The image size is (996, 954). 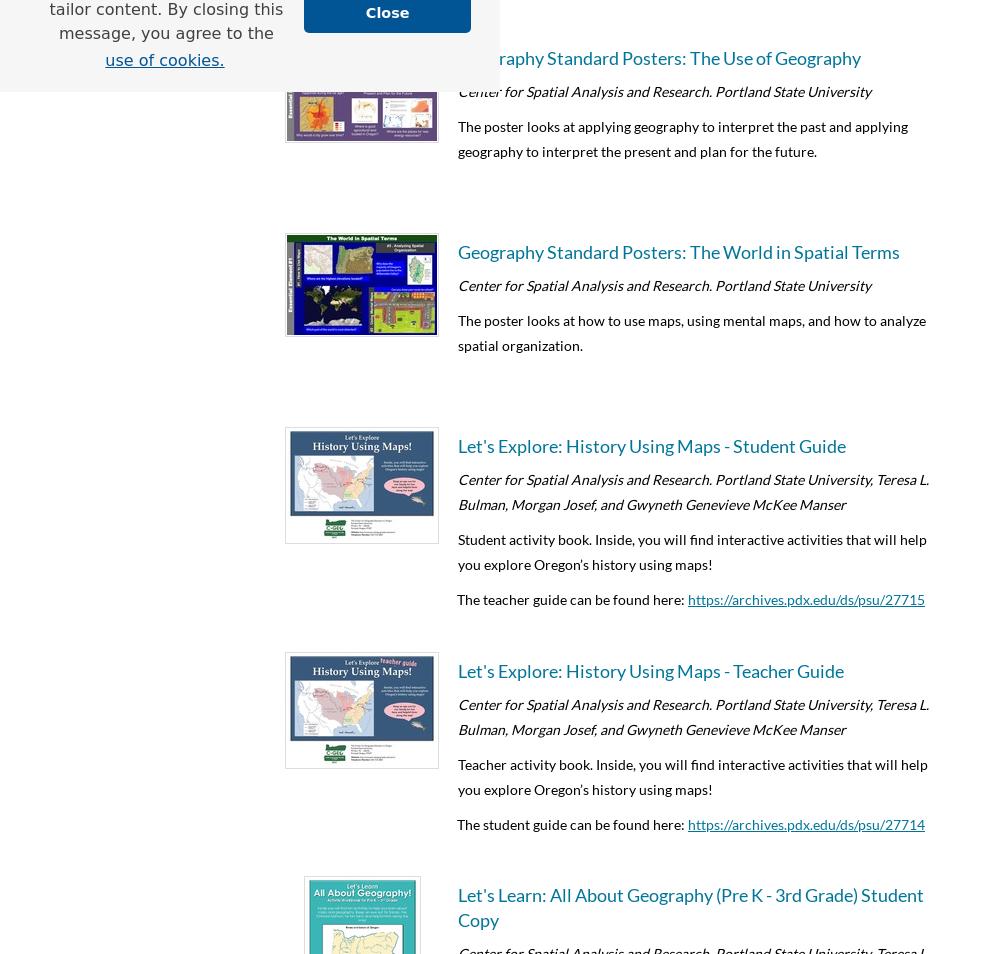 What do you see at coordinates (691, 907) in the screenshot?
I see `'Let's Learn: All About Geography (Pre K - 3rd Grade) Student Copy'` at bounding box center [691, 907].